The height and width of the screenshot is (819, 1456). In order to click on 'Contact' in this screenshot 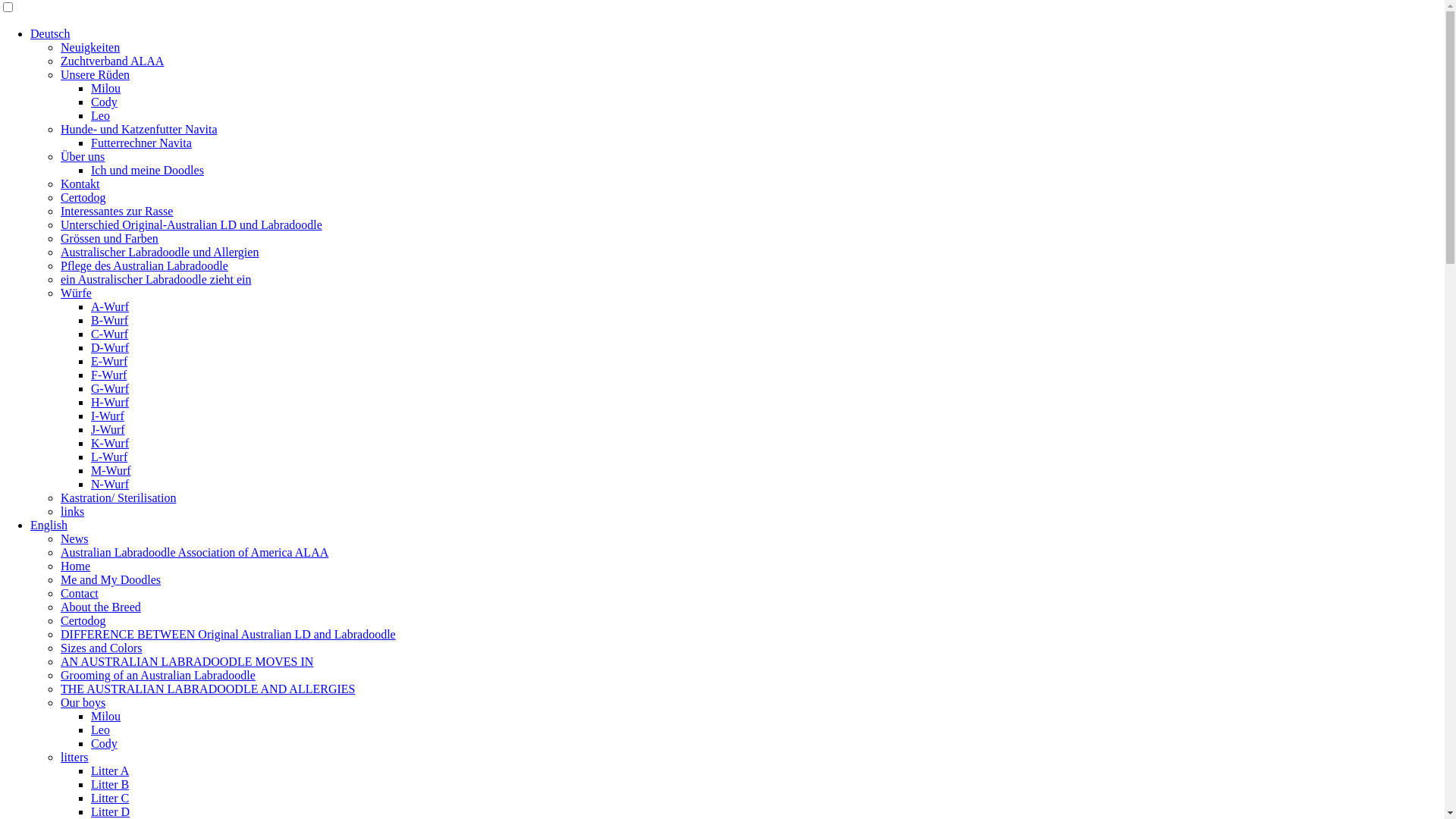, I will do `click(61, 592)`.